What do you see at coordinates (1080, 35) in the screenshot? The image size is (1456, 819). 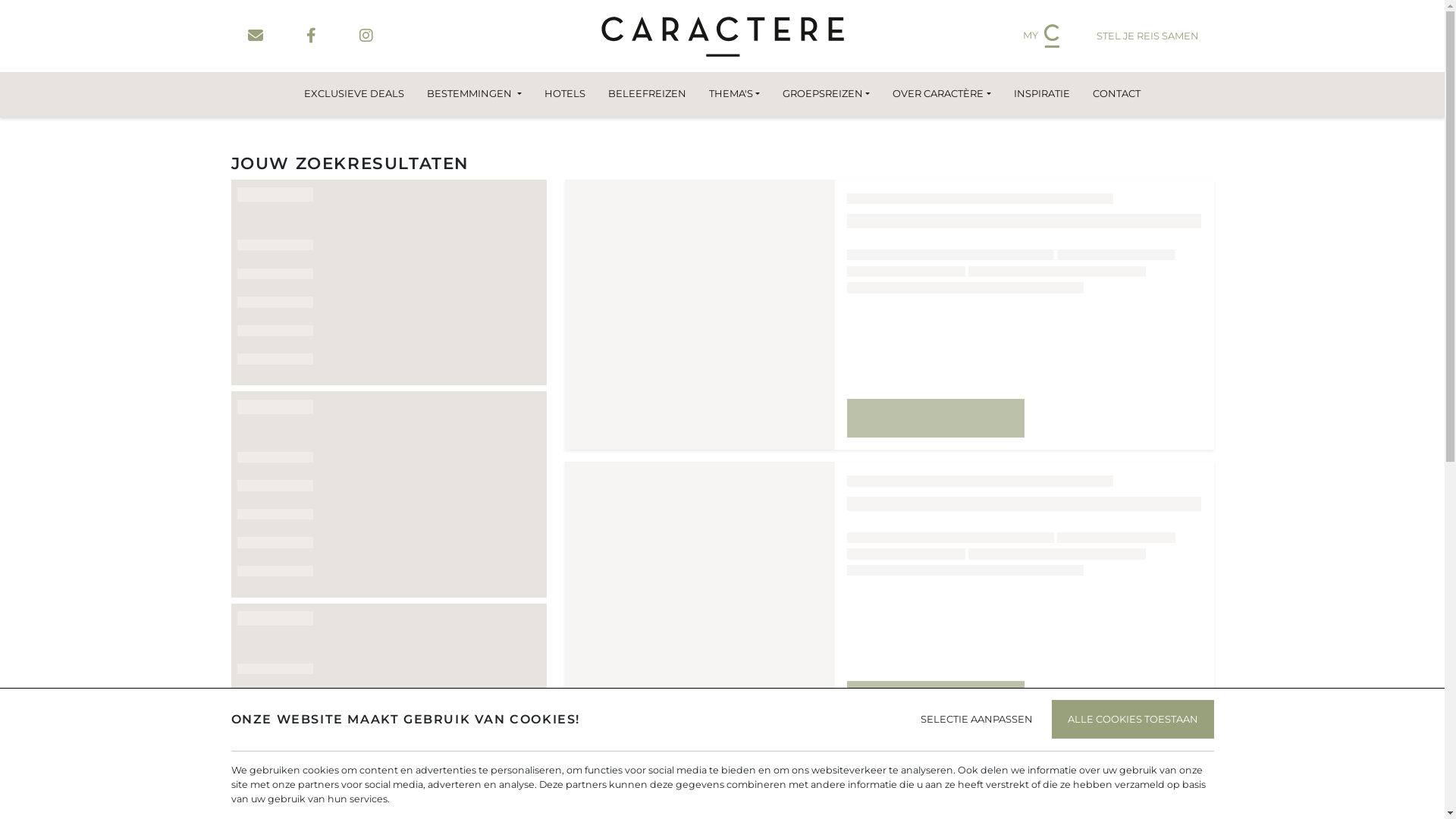 I see `'STEL JE REIS SAMEN'` at bounding box center [1080, 35].